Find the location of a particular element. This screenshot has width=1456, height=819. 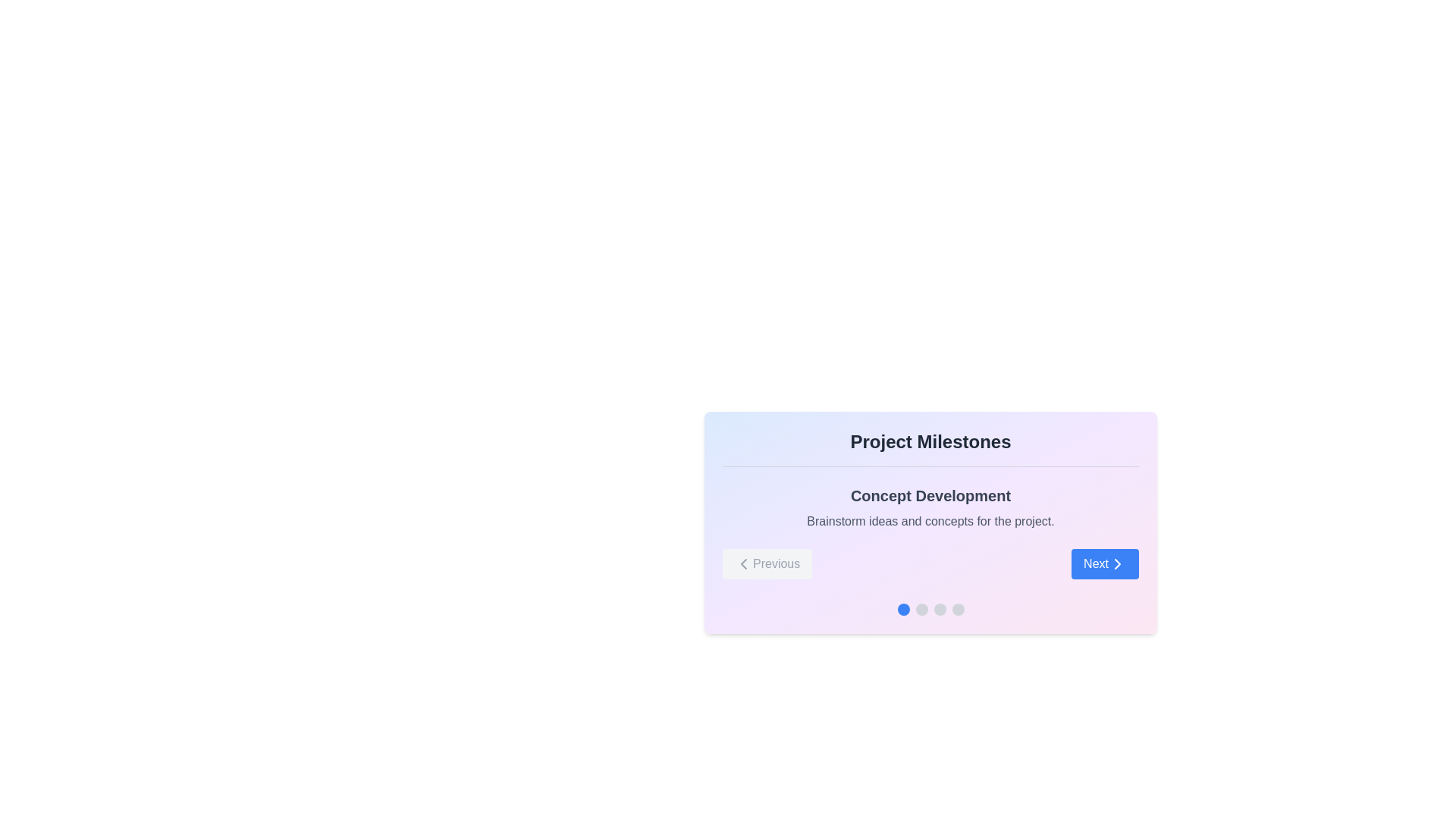

the second circle in the progress indicator of the 'Project Milestones' card, which is visually represented as a gray circle following a blue circle and preceding two other gray circles is located at coordinates (921, 608).